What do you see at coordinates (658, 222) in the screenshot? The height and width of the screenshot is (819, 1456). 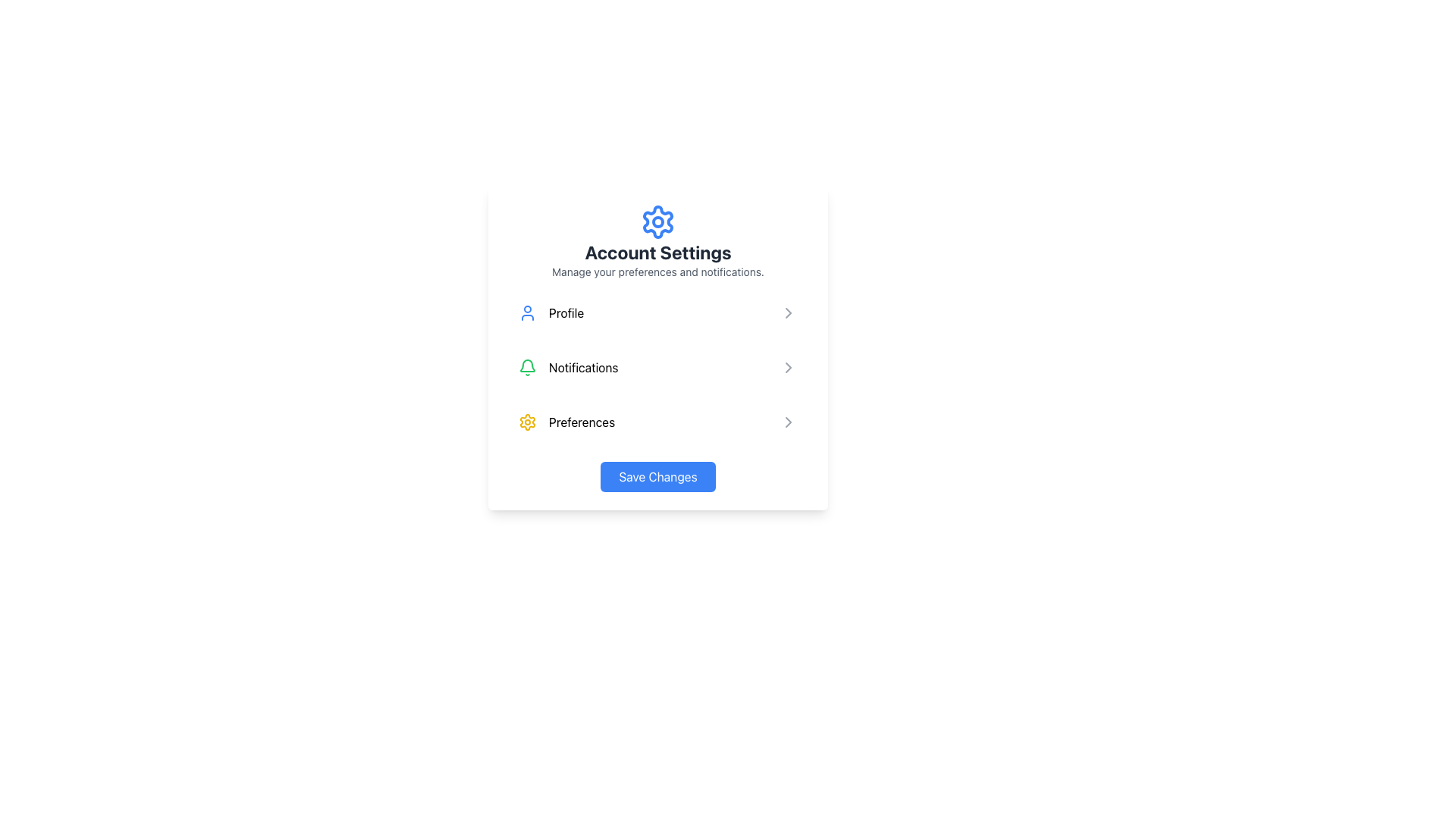 I see `the blue gear icon indicating settings, which is centrally aligned above the 'Account Settings' text` at bounding box center [658, 222].